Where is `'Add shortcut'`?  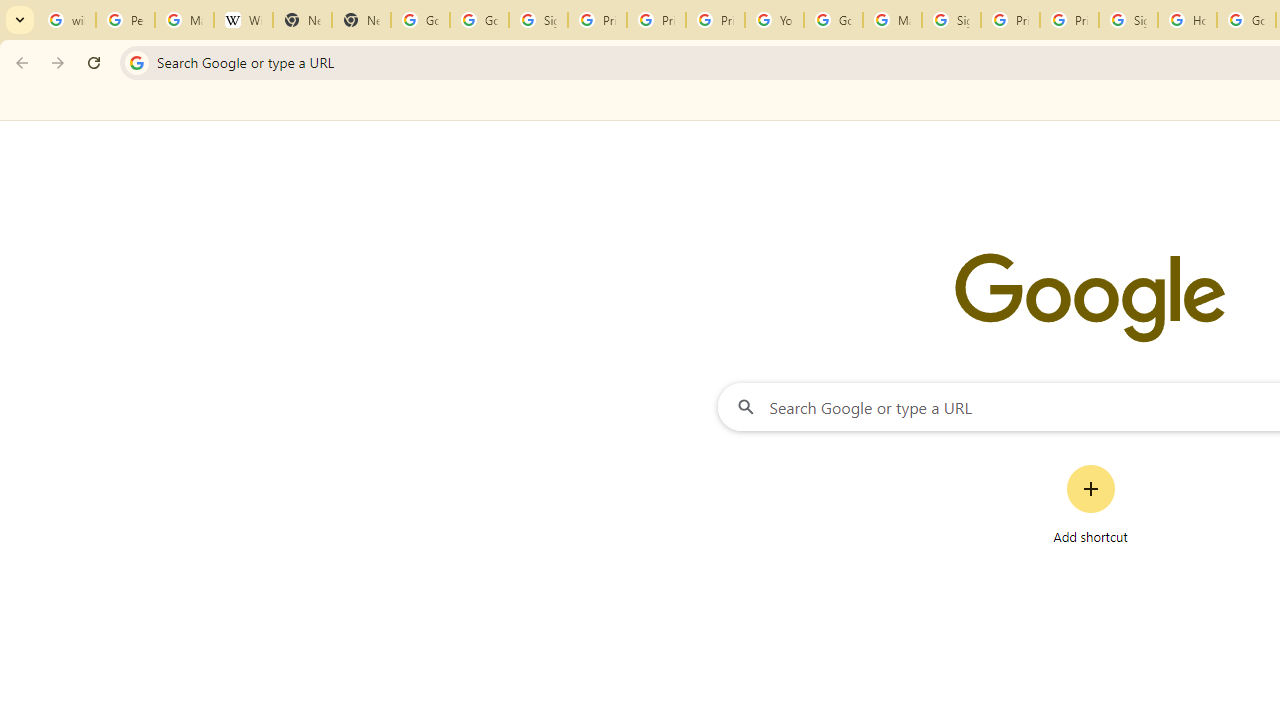 'Add shortcut' is located at coordinates (1089, 504).